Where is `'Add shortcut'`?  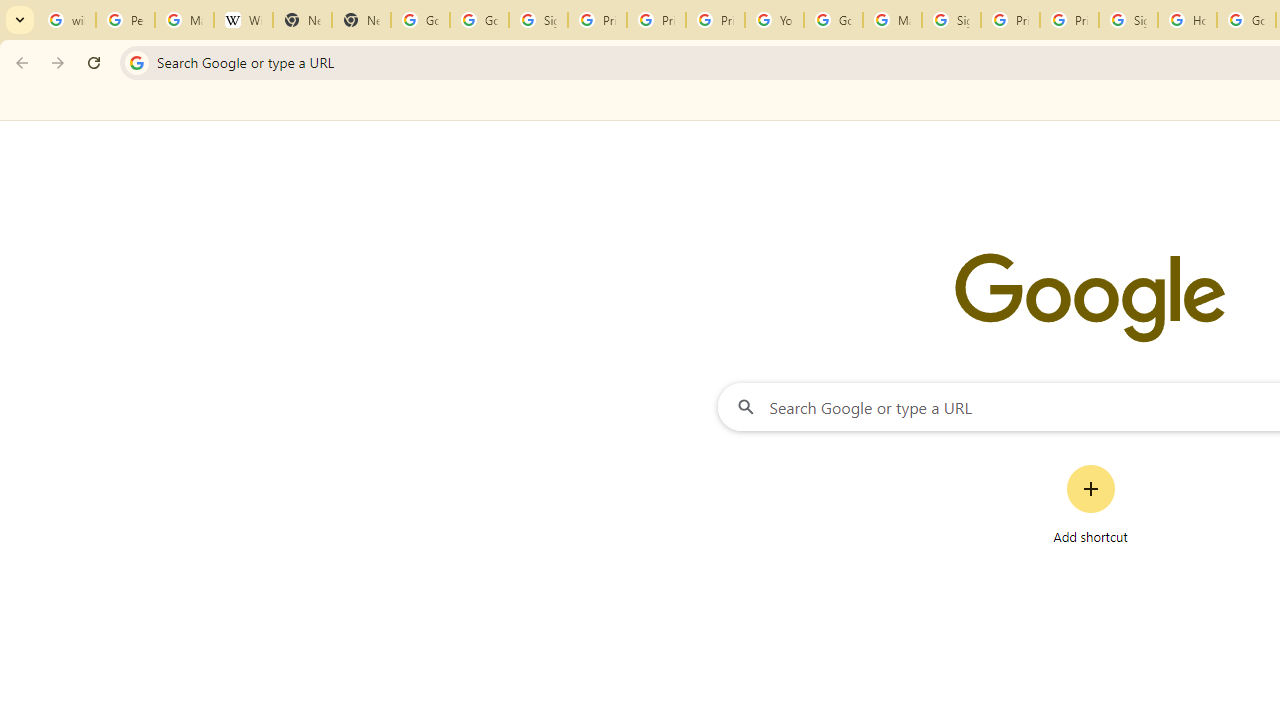 'Add shortcut' is located at coordinates (1089, 504).